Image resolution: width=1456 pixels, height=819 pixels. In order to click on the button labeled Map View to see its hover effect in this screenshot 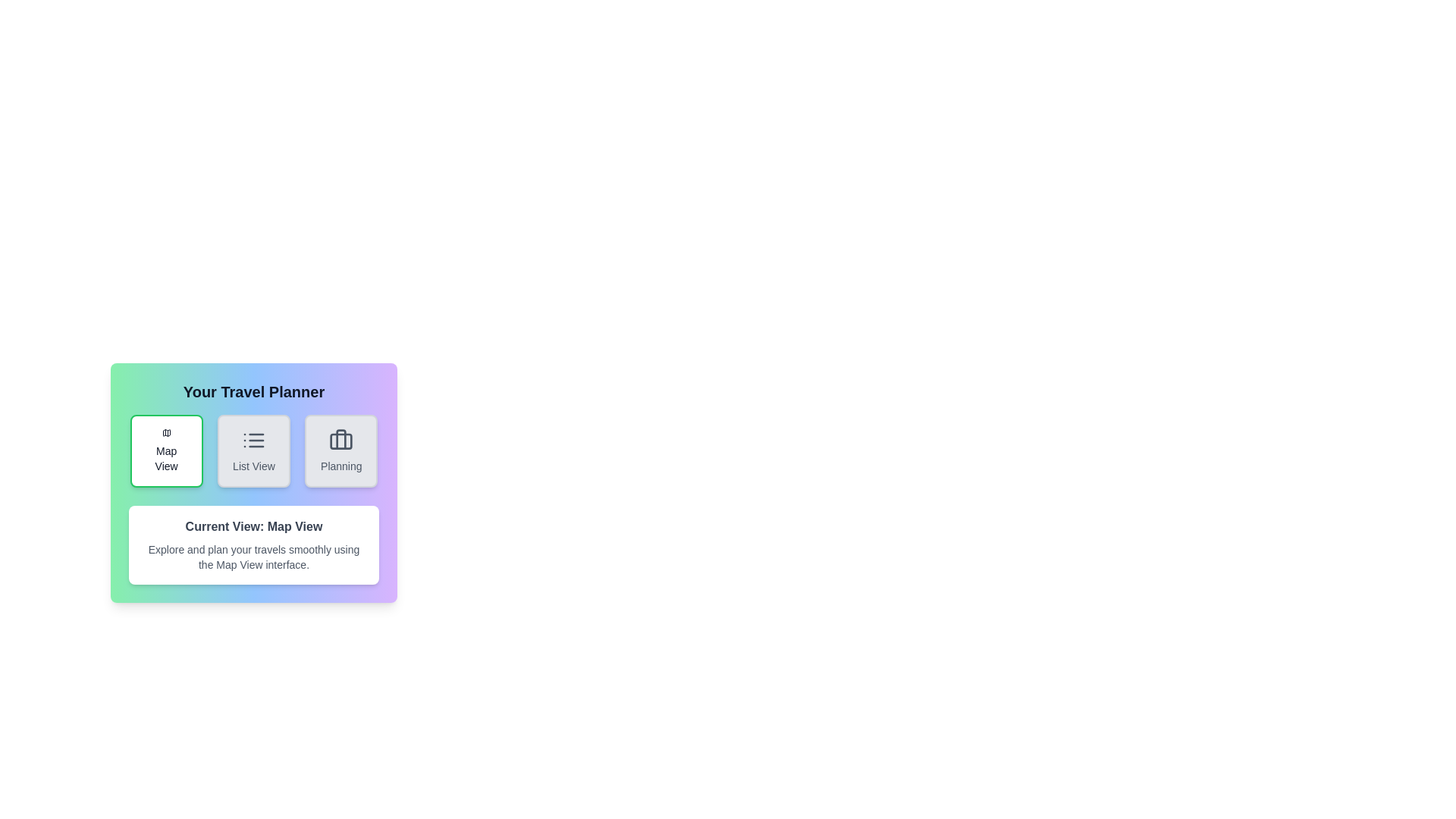, I will do `click(166, 450)`.